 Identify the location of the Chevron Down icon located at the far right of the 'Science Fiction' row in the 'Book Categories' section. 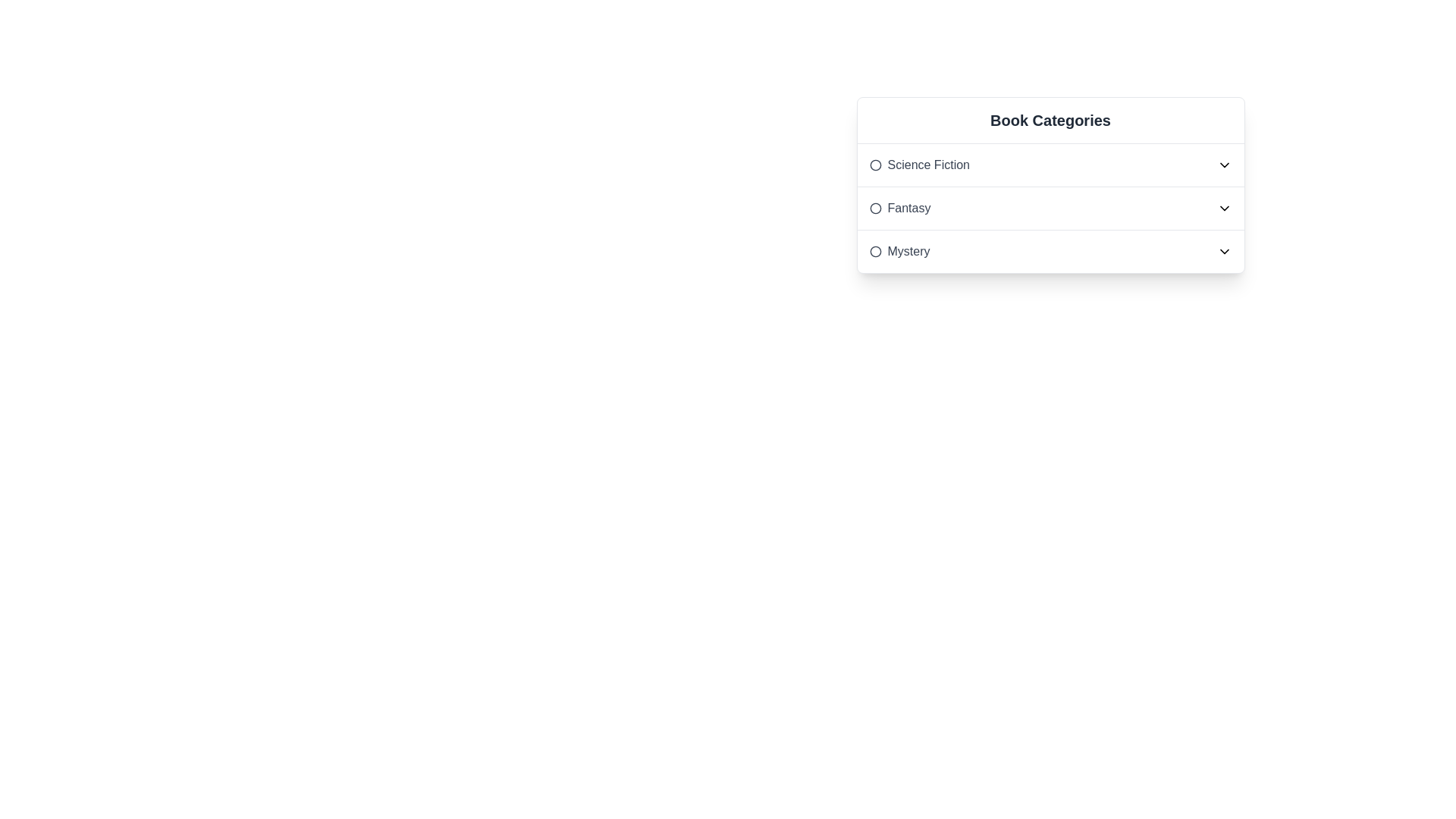
(1224, 165).